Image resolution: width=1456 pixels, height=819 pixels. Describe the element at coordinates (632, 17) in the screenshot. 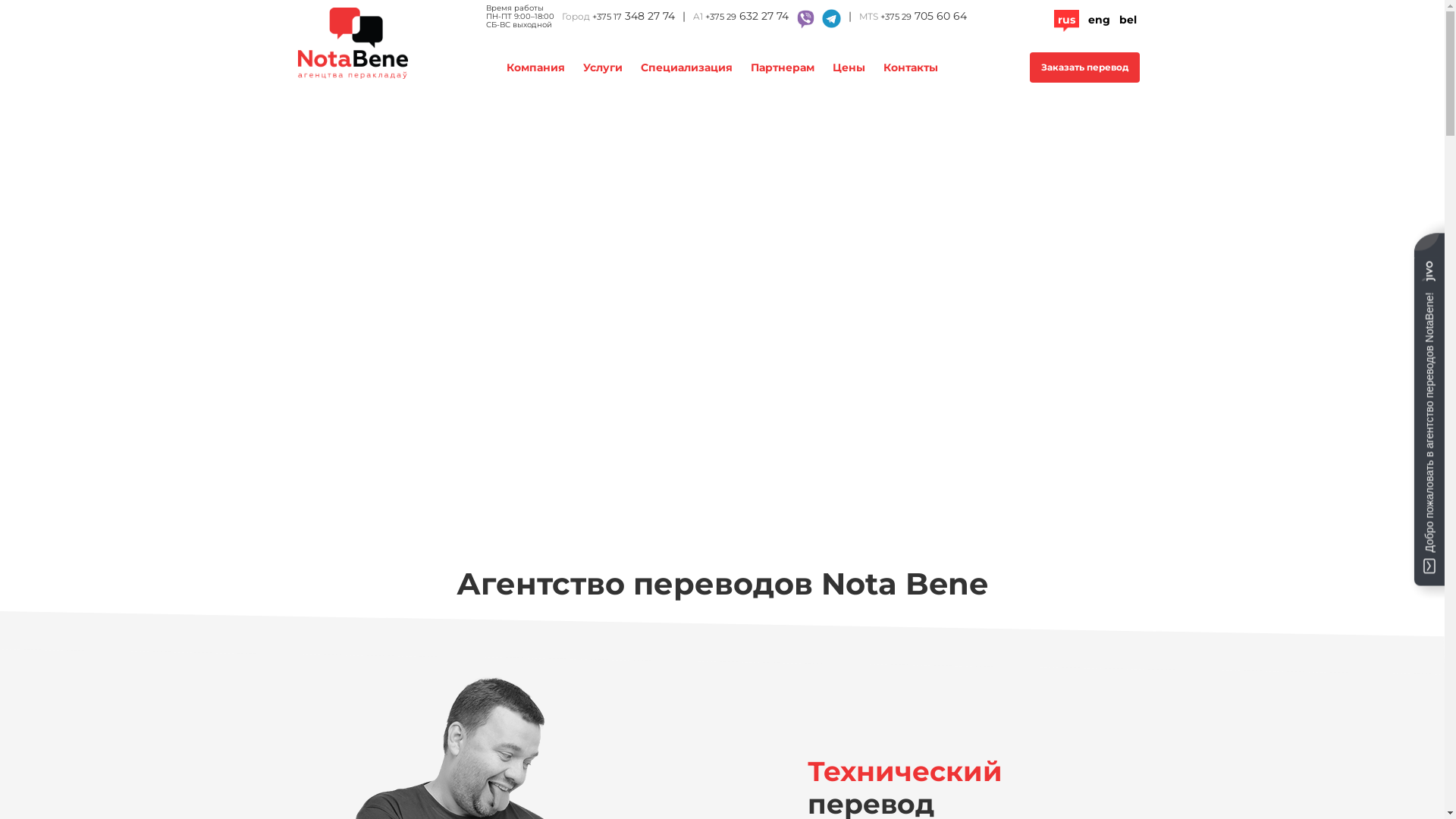

I see `'+375 17 348 27 74'` at that location.